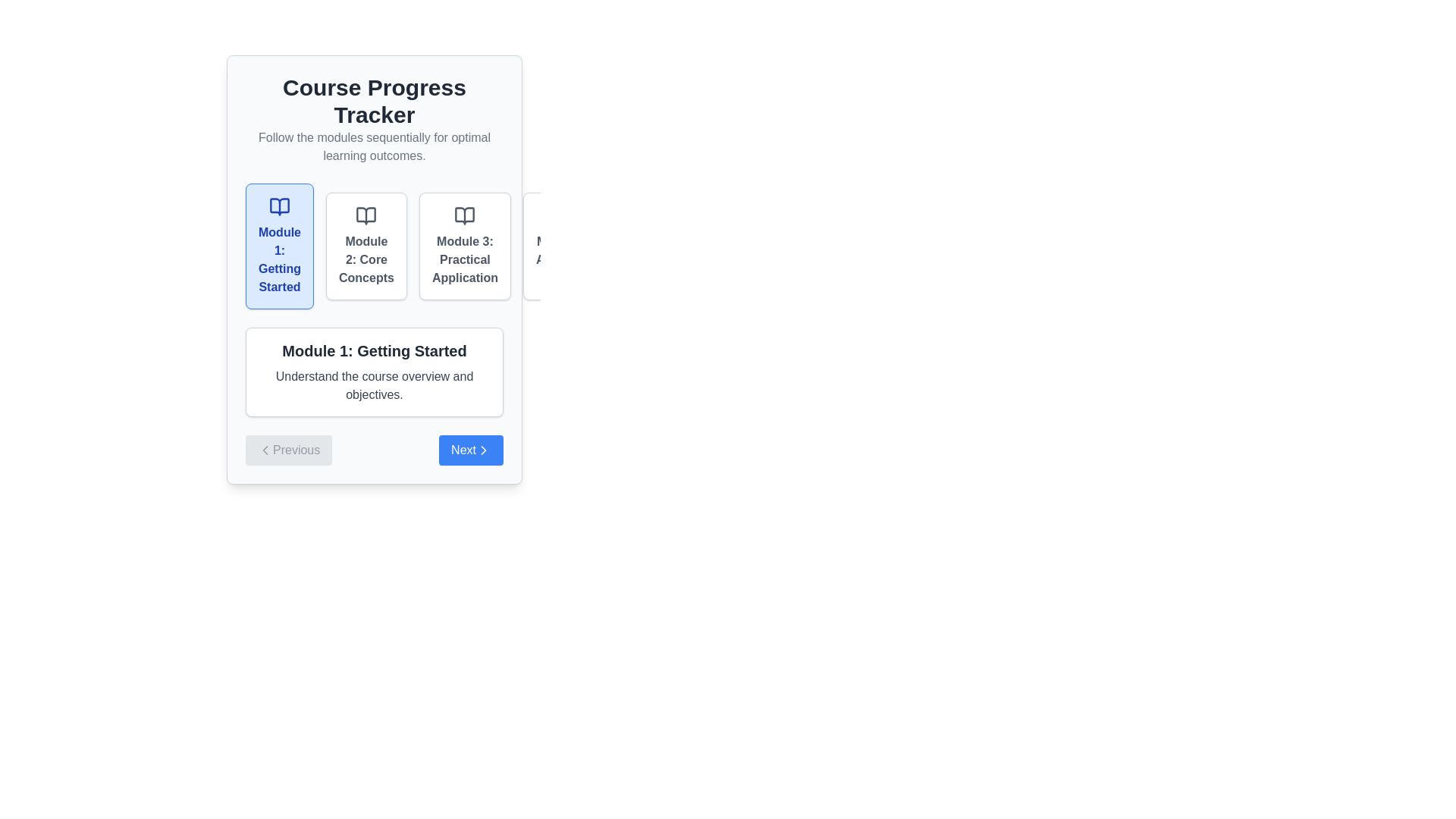  Describe the element at coordinates (483, 450) in the screenshot. I see `the SVG chevron icon within the 'Next' button located at the bottom-right corner of the course tracker interface` at that location.